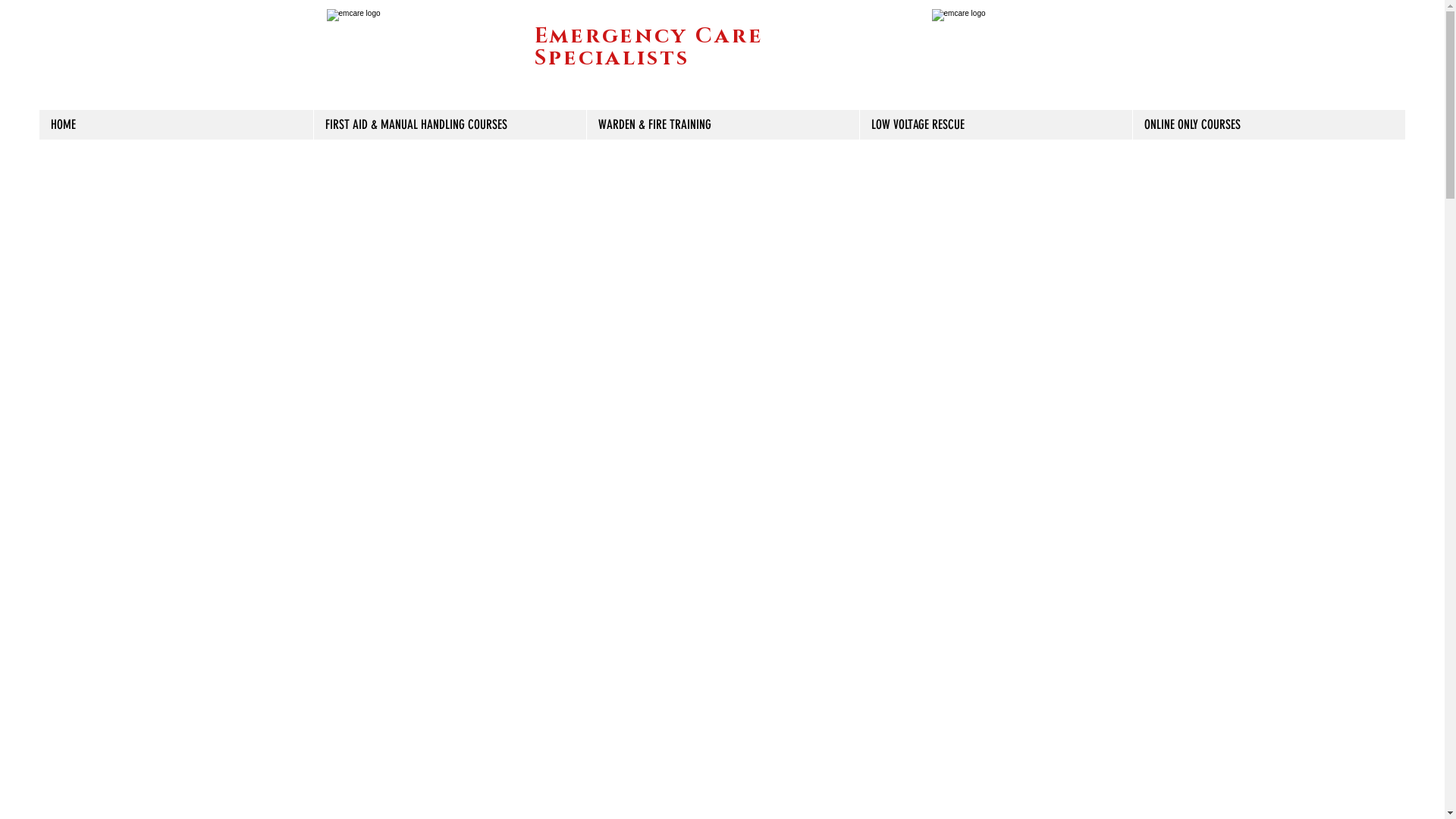 This screenshot has height=819, width=1456. Describe the element at coordinates (449, 124) in the screenshot. I see `'FIRST AID & MANUAL HANDLING COURSES'` at that location.